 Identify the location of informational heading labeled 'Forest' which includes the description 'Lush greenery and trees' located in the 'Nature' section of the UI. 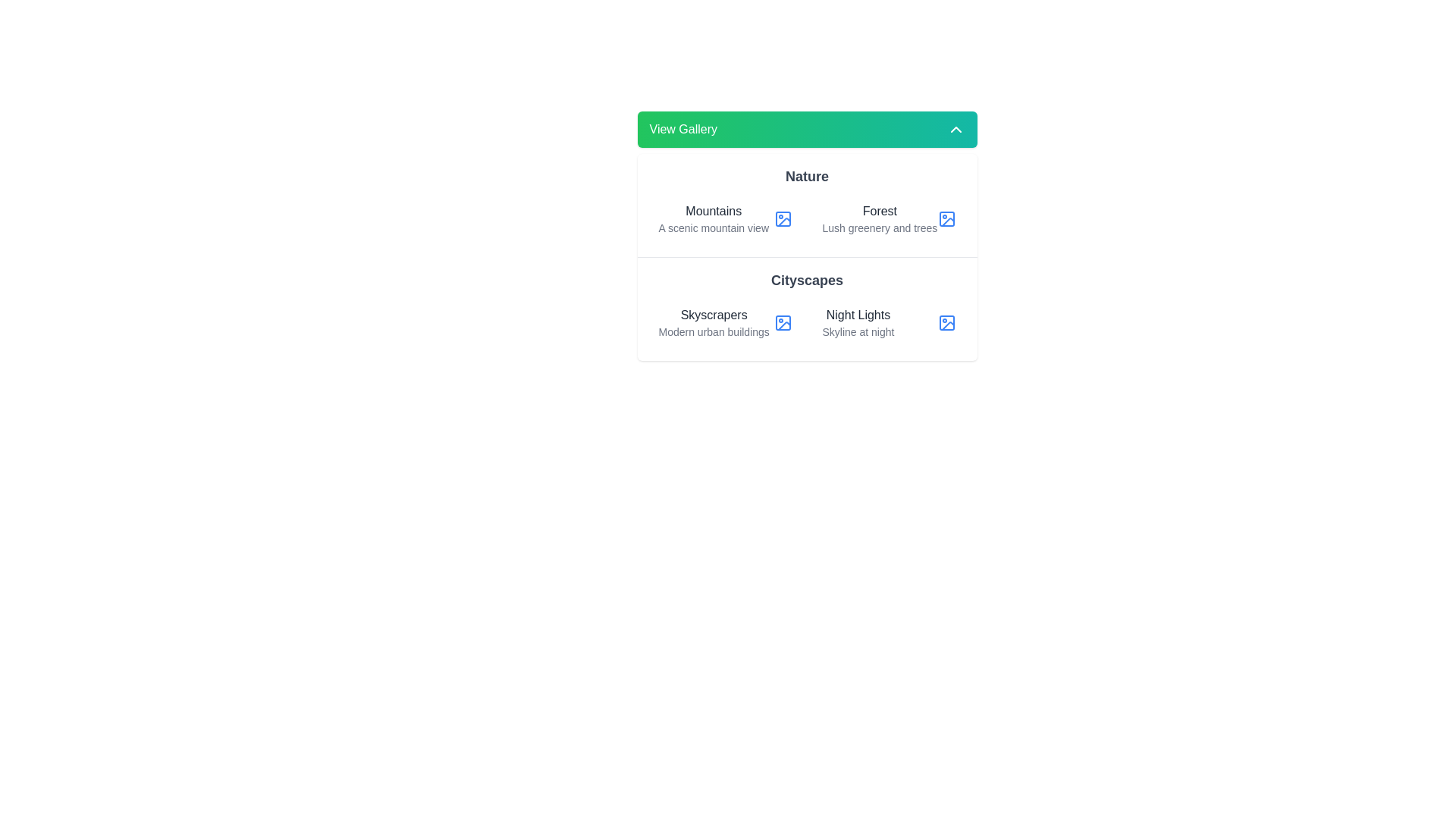
(880, 219).